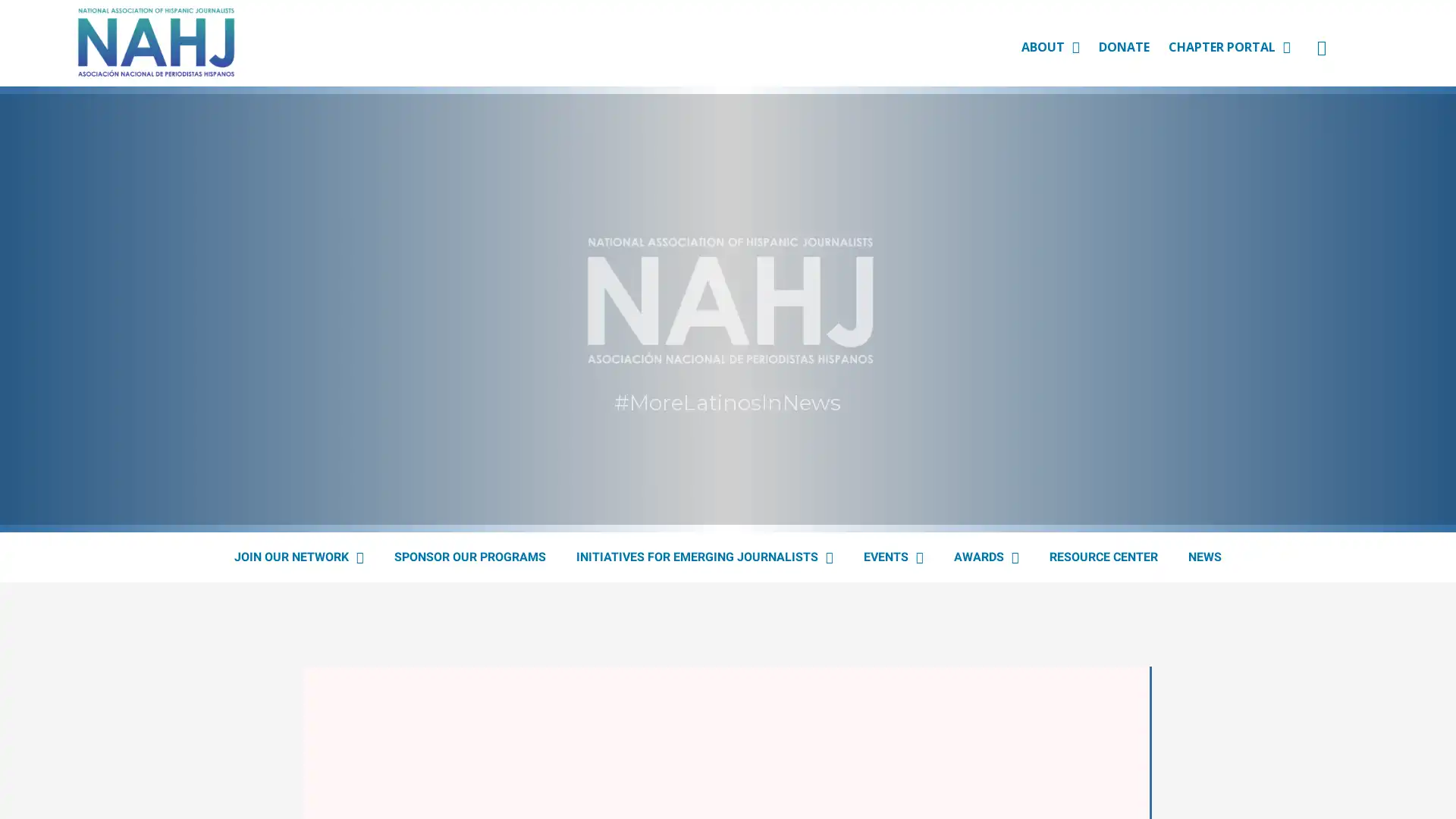 The height and width of the screenshot is (819, 1456). What do you see at coordinates (1421, 58) in the screenshot?
I see `Close search form` at bounding box center [1421, 58].